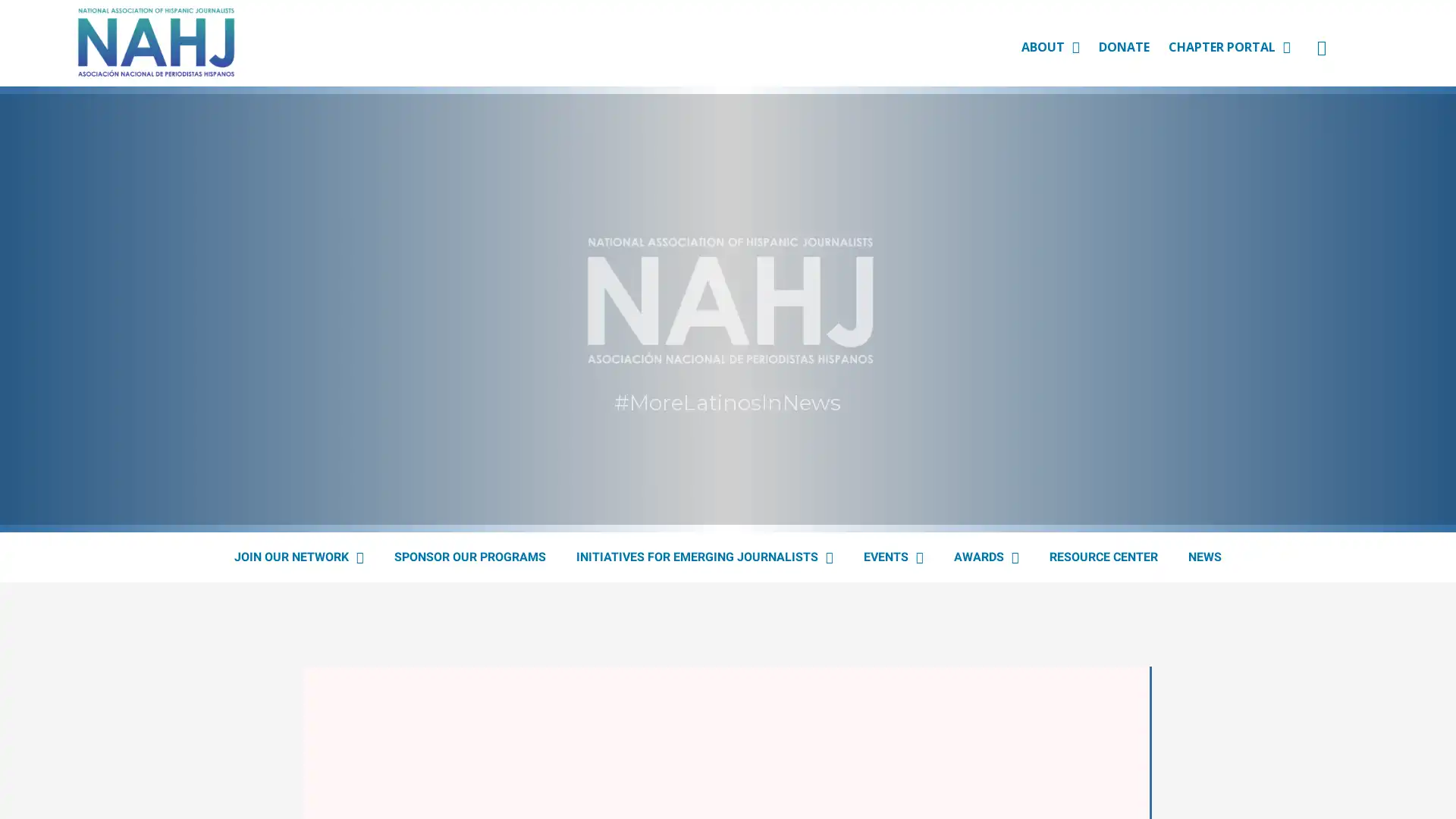 The height and width of the screenshot is (819, 1456). What do you see at coordinates (1421, 58) in the screenshot?
I see `Close search form` at bounding box center [1421, 58].